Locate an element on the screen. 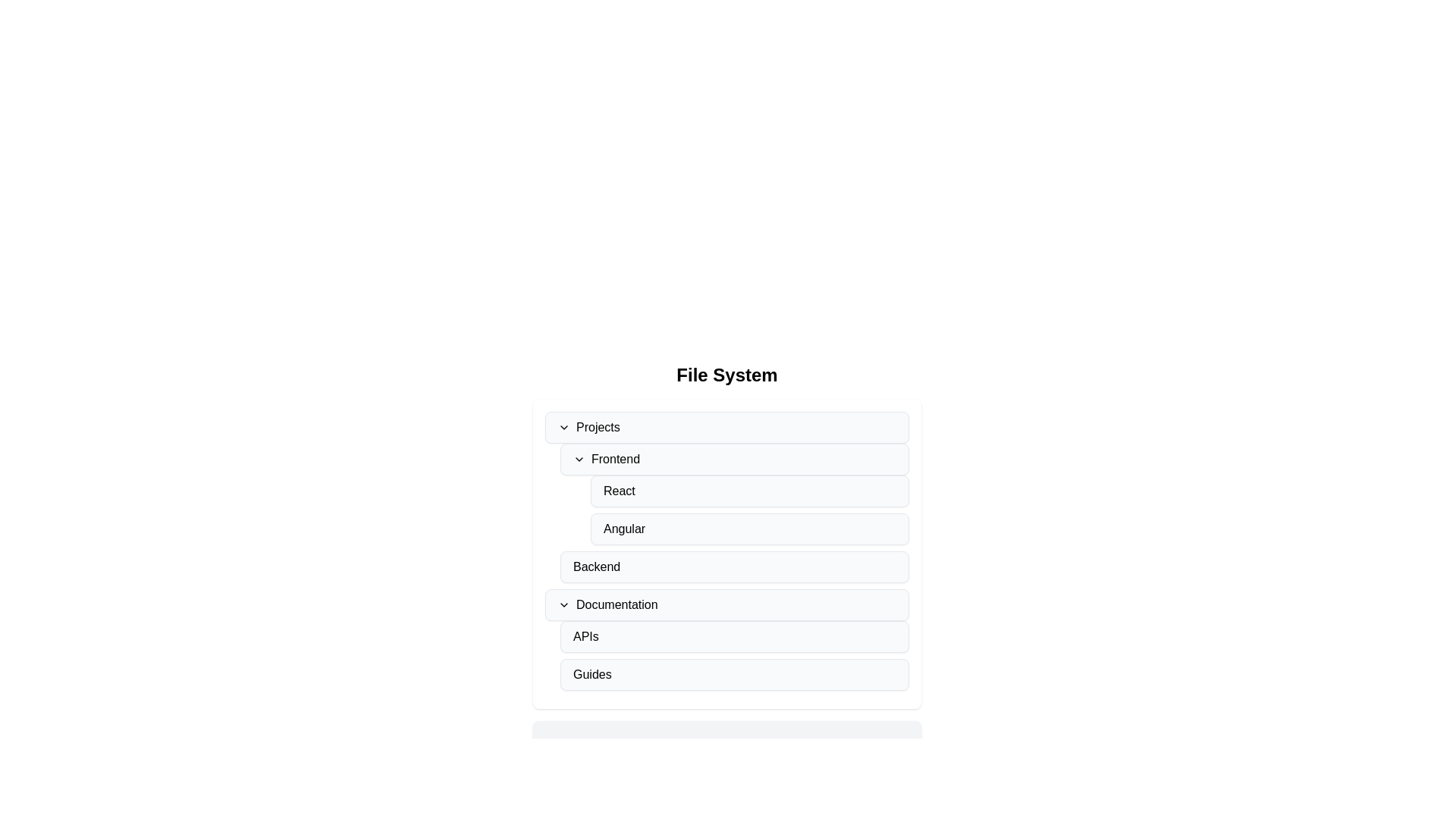 This screenshot has width=1456, height=819. the 'Angular' button is located at coordinates (749, 529).